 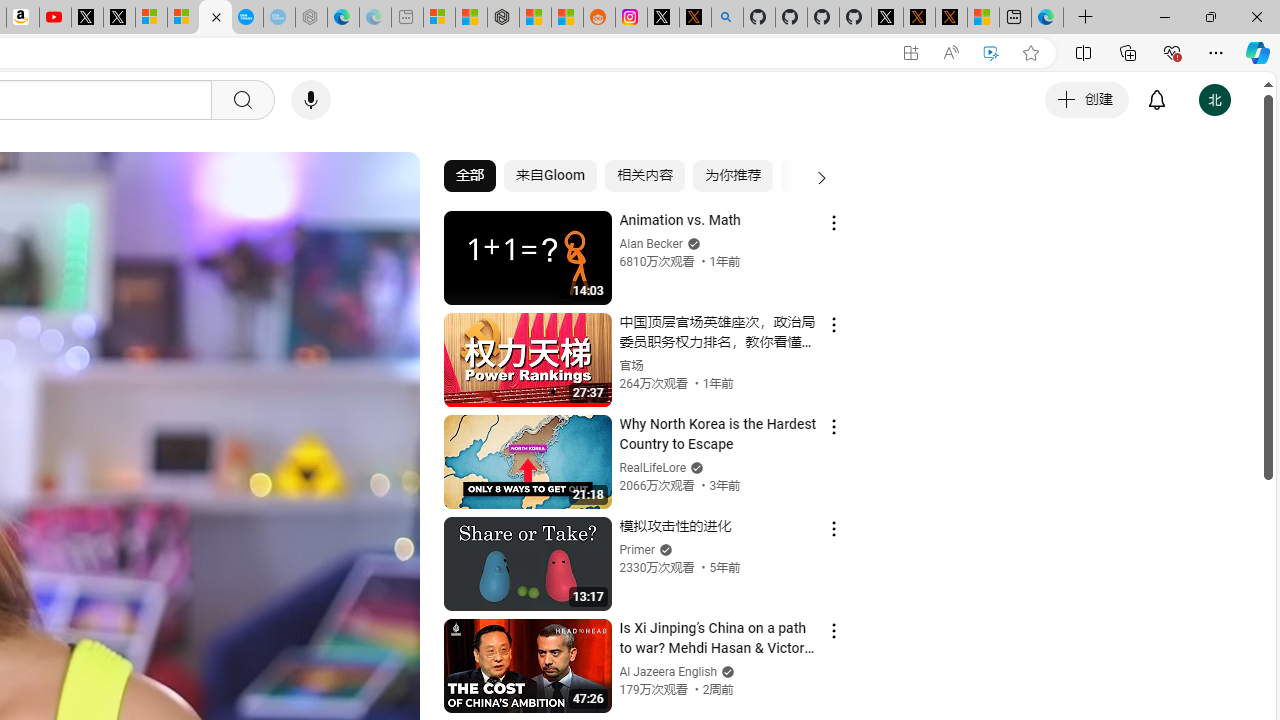 I want to click on 'Day 1: Arriving in Yemen (surreal to be here) - YouTube', so click(x=55, y=17).